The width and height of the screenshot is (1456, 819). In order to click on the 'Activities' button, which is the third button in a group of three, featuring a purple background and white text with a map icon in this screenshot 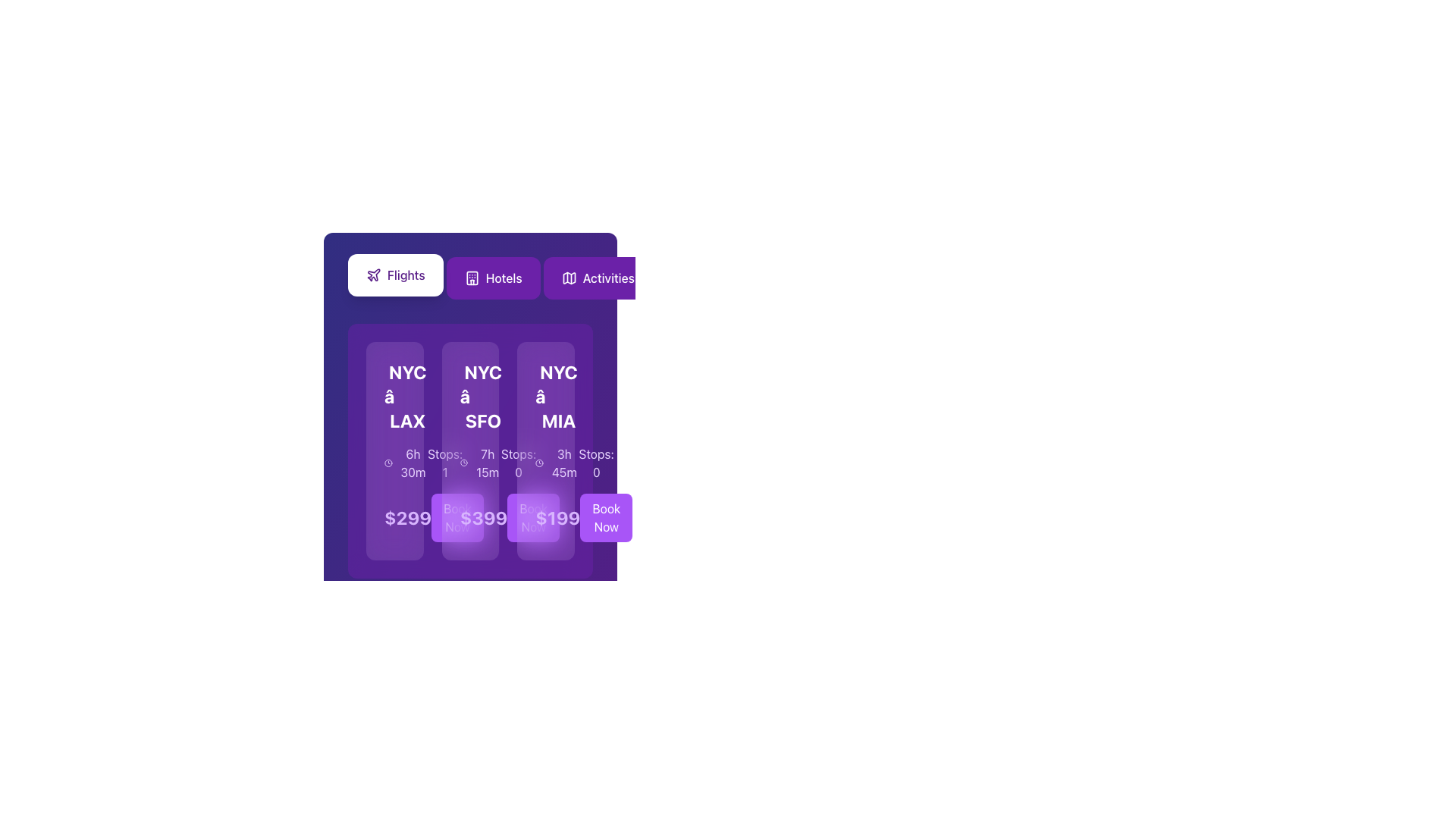, I will do `click(597, 278)`.